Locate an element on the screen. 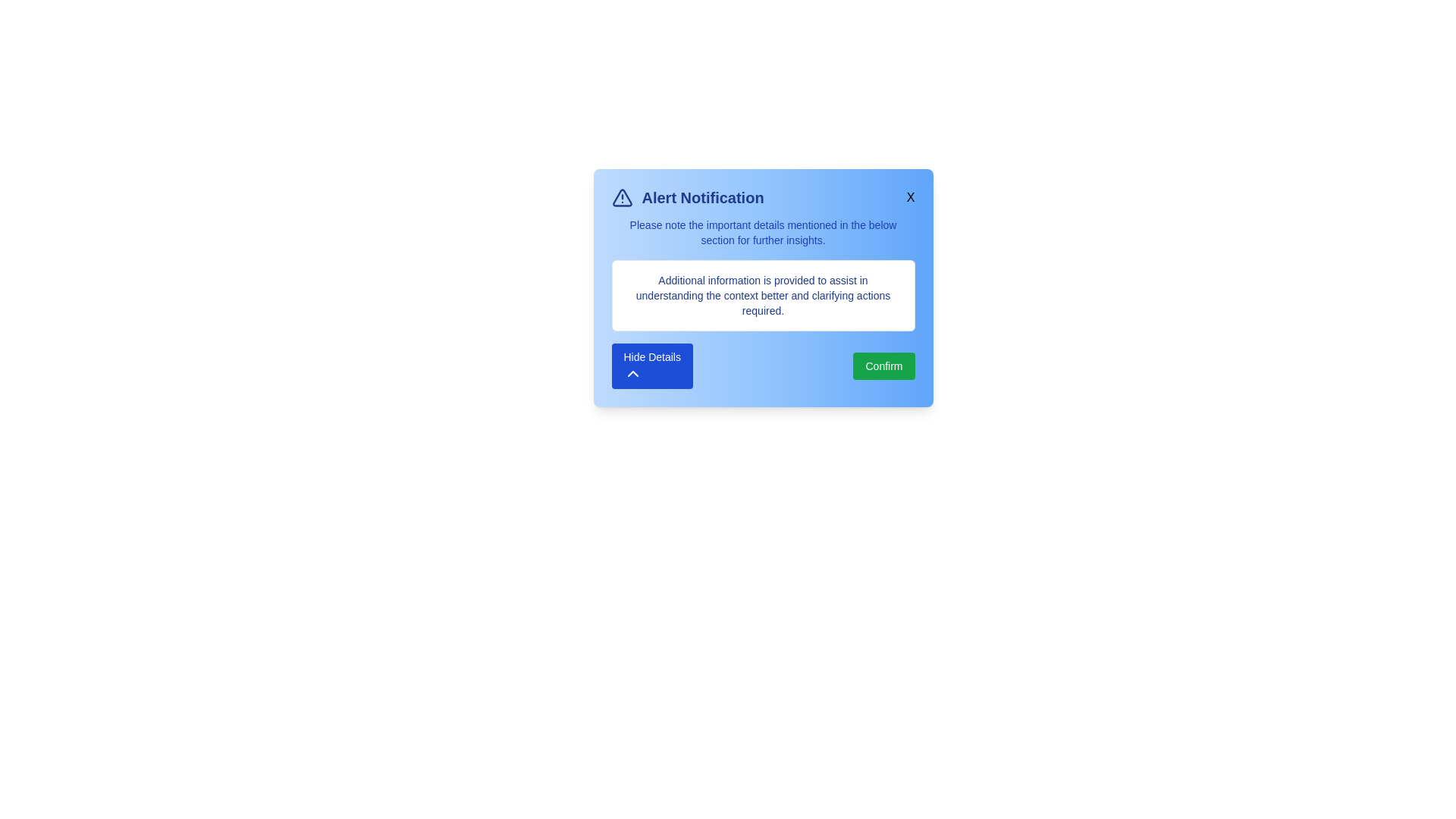 The height and width of the screenshot is (819, 1456). the Confirm button to trigger the confirmation action is located at coordinates (884, 366).